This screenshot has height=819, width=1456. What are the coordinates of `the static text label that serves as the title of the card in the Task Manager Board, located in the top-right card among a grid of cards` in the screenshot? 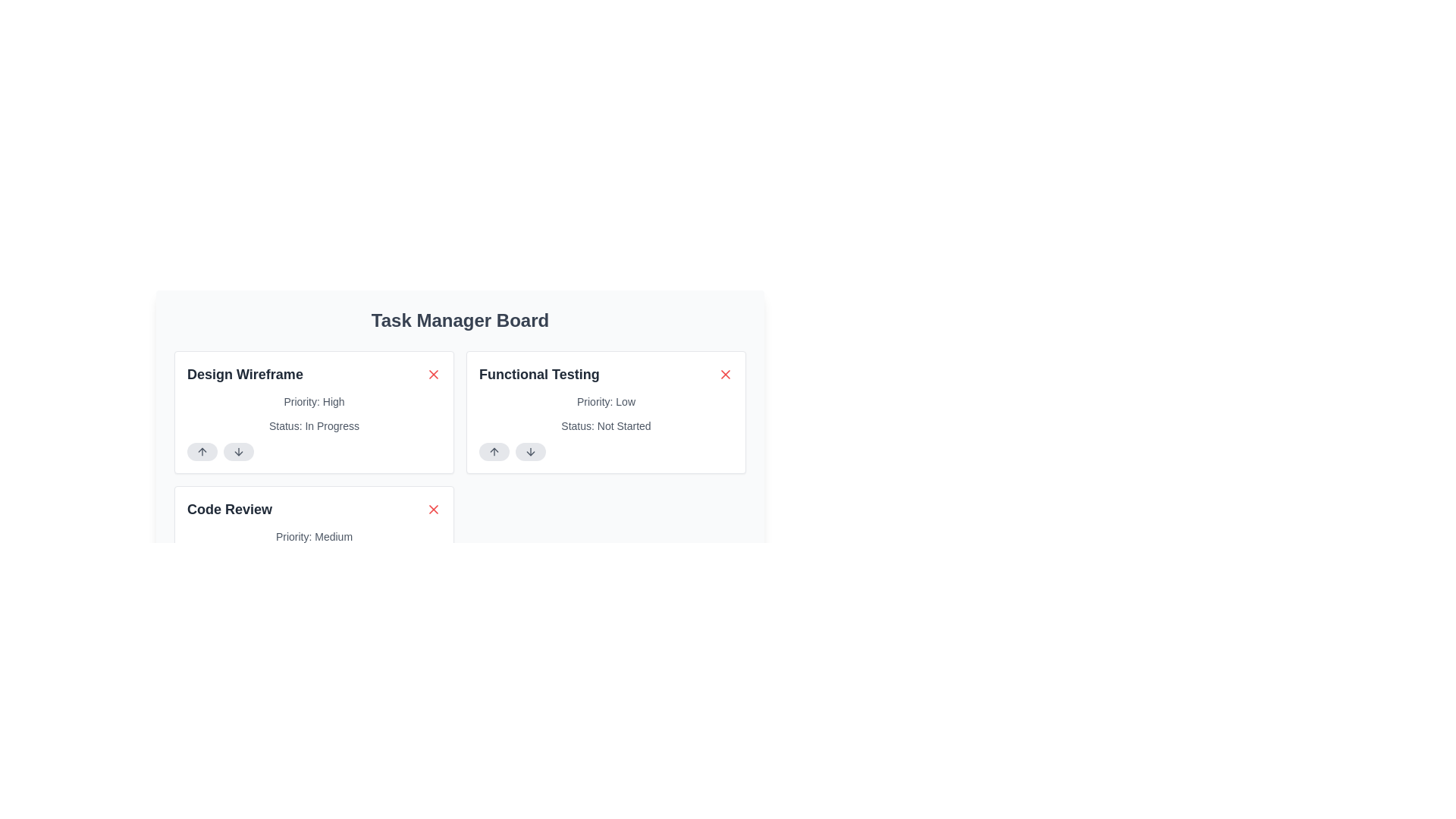 It's located at (539, 374).